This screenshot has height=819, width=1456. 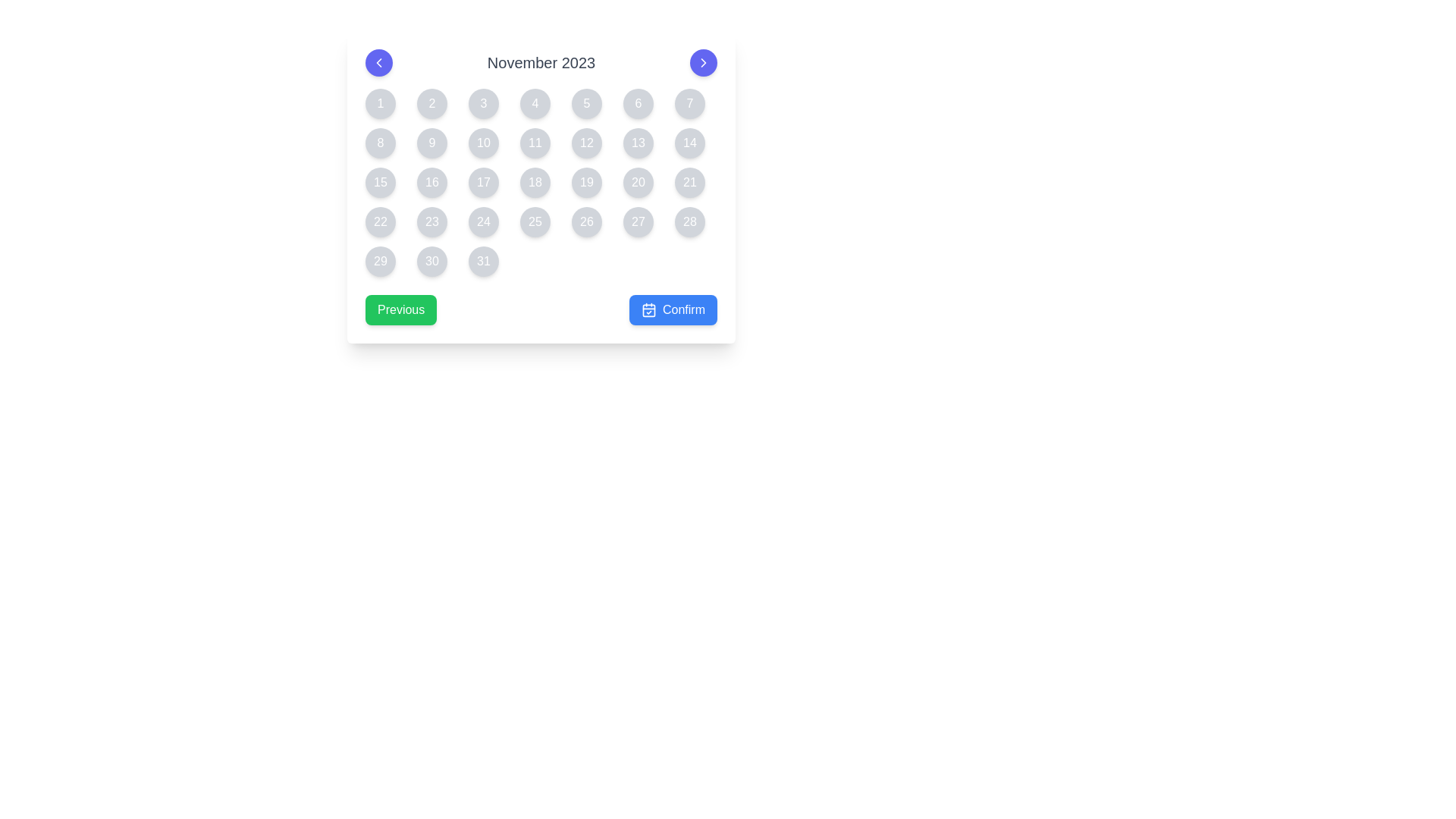 I want to click on the circular button displaying the number '29', so click(x=381, y=260).